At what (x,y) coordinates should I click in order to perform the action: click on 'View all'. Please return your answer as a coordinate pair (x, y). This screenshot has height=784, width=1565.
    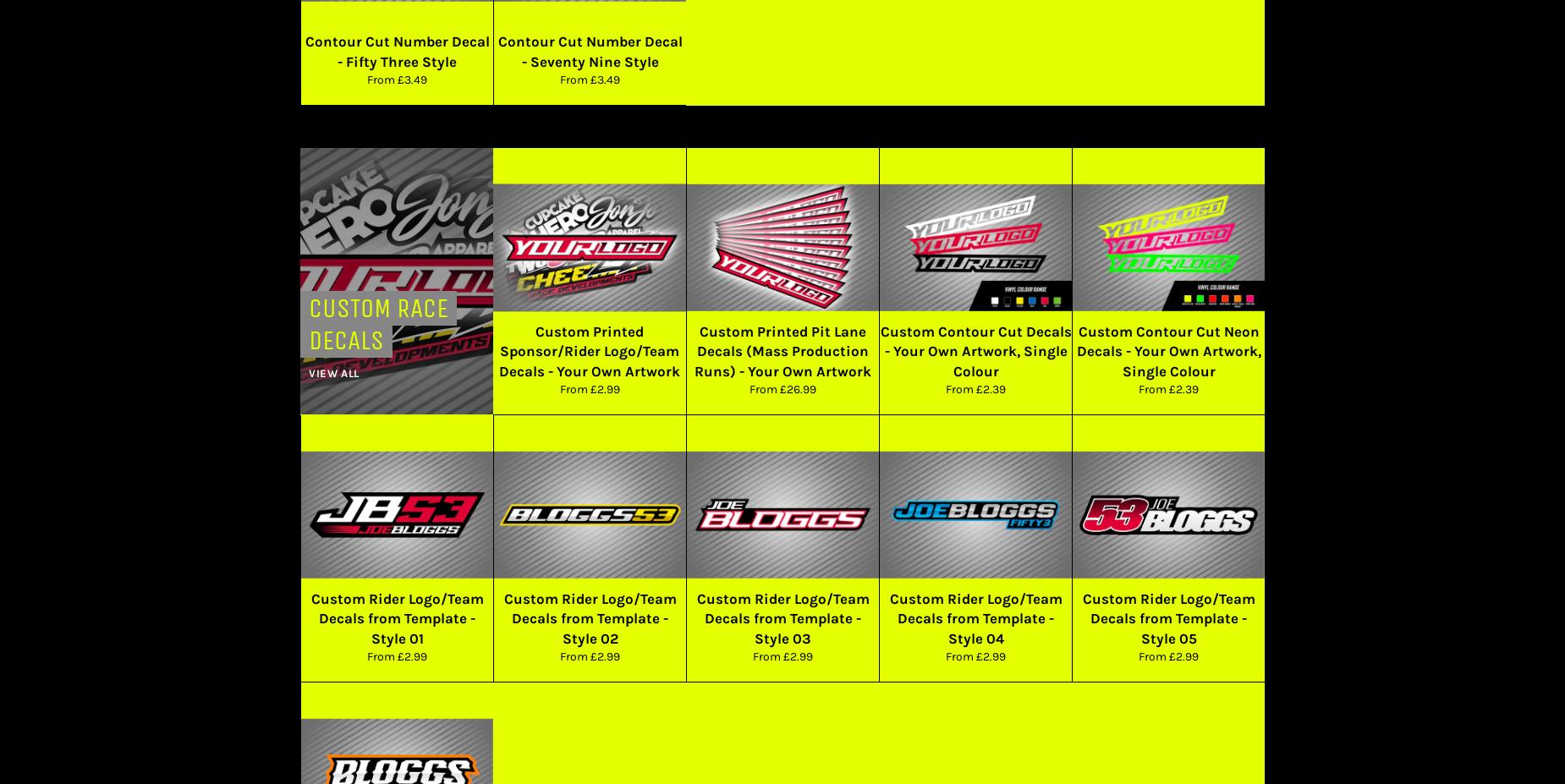
    Looking at the image, I should click on (332, 371).